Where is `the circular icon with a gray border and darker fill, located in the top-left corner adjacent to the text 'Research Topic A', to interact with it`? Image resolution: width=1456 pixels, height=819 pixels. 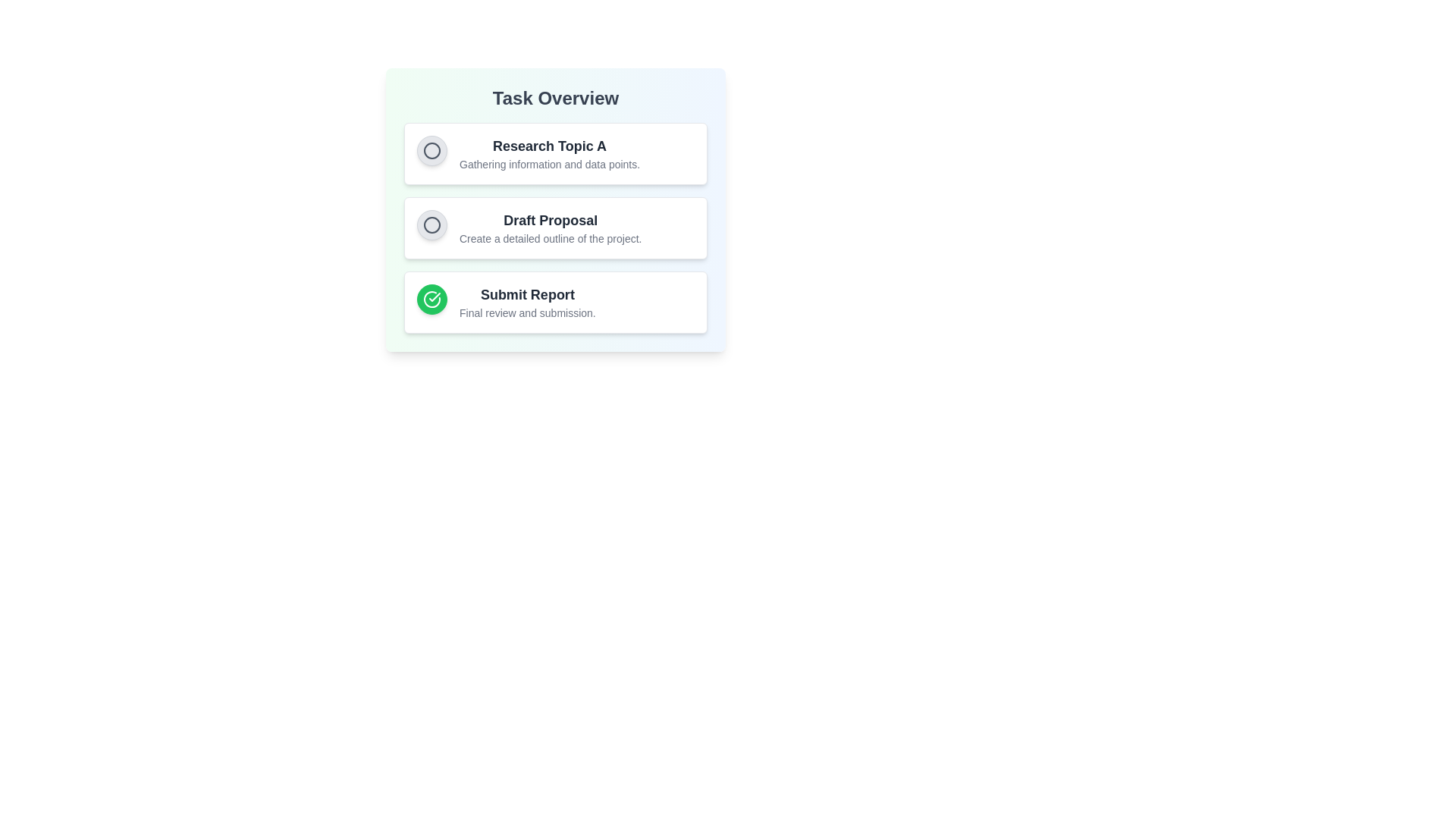
the circular icon with a gray border and darker fill, located in the top-left corner adjacent to the text 'Research Topic A', to interact with it is located at coordinates (431, 151).